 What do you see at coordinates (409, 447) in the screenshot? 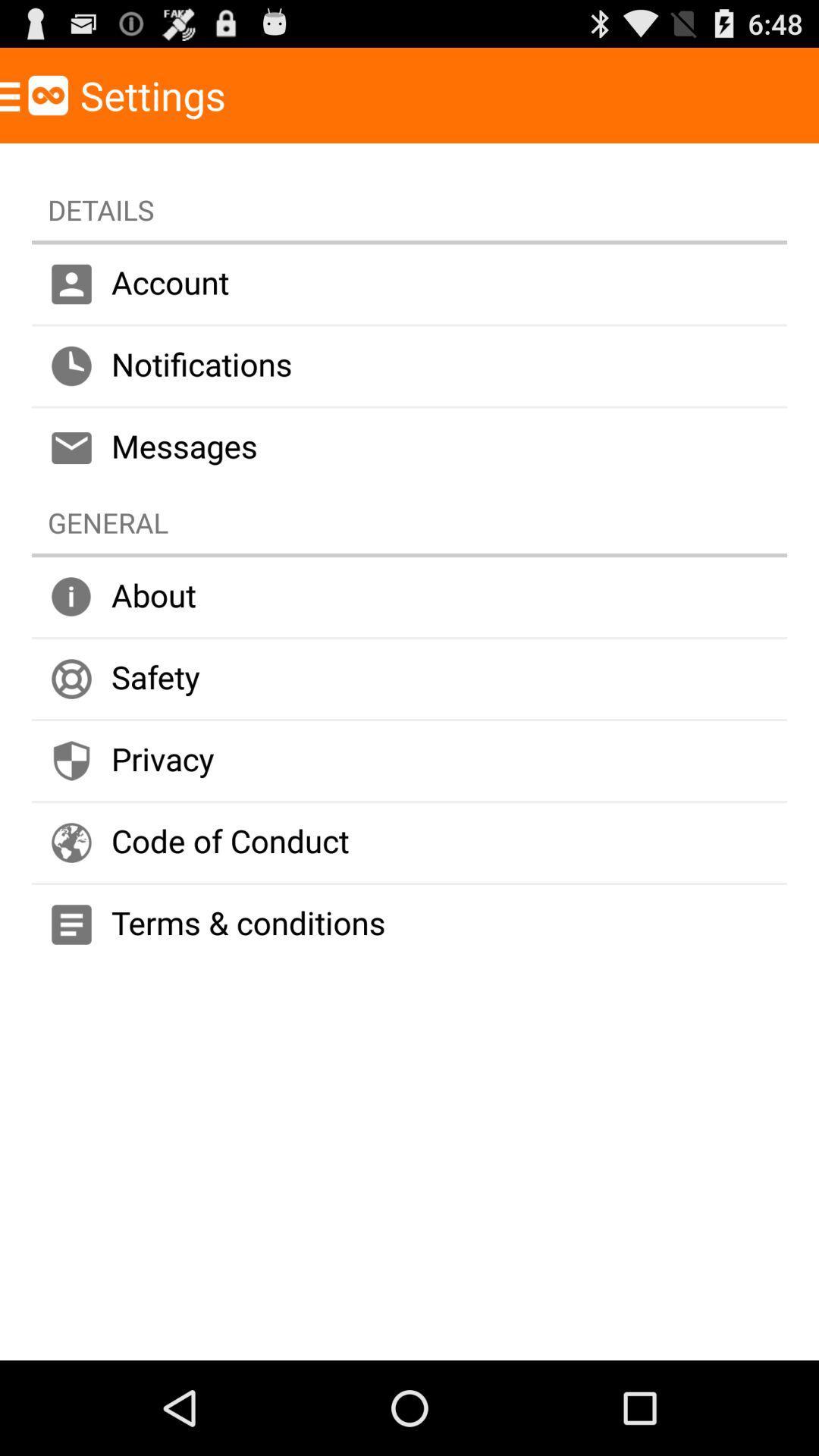
I see `icon above the general icon` at bounding box center [409, 447].